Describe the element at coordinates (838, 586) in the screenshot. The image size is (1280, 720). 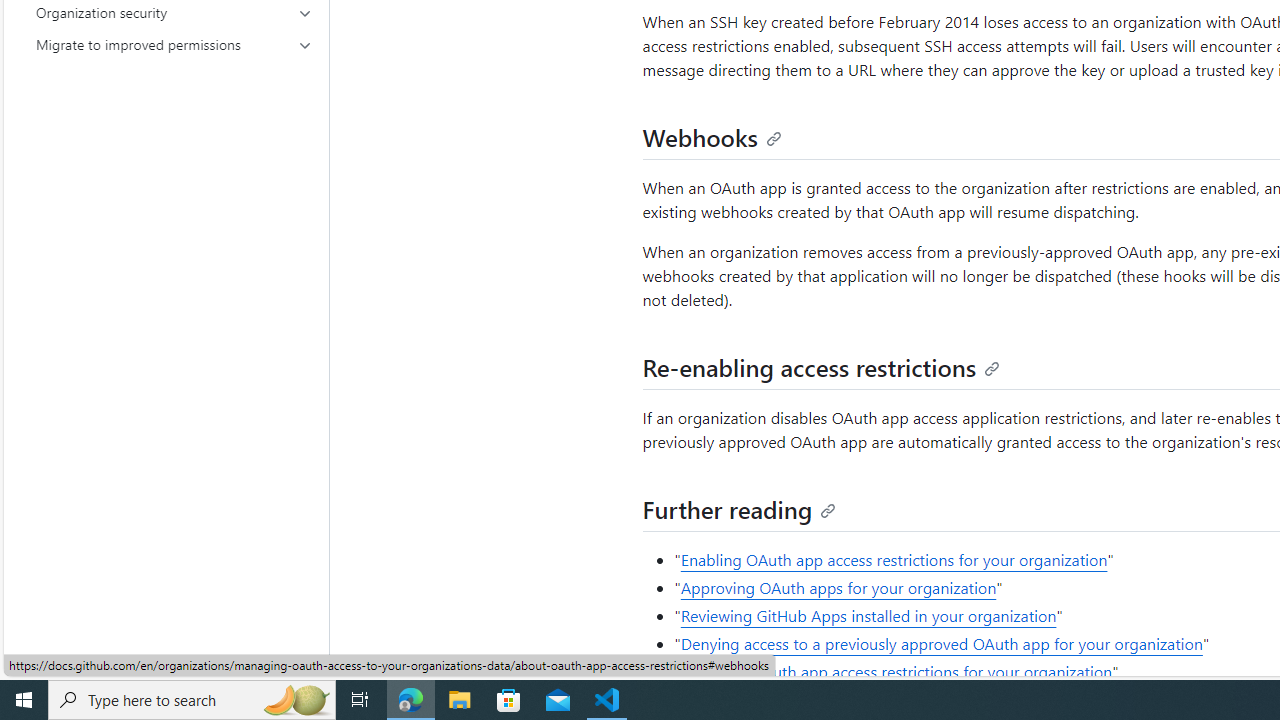
I see `'Approving OAuth apps for your organization'` at that location.